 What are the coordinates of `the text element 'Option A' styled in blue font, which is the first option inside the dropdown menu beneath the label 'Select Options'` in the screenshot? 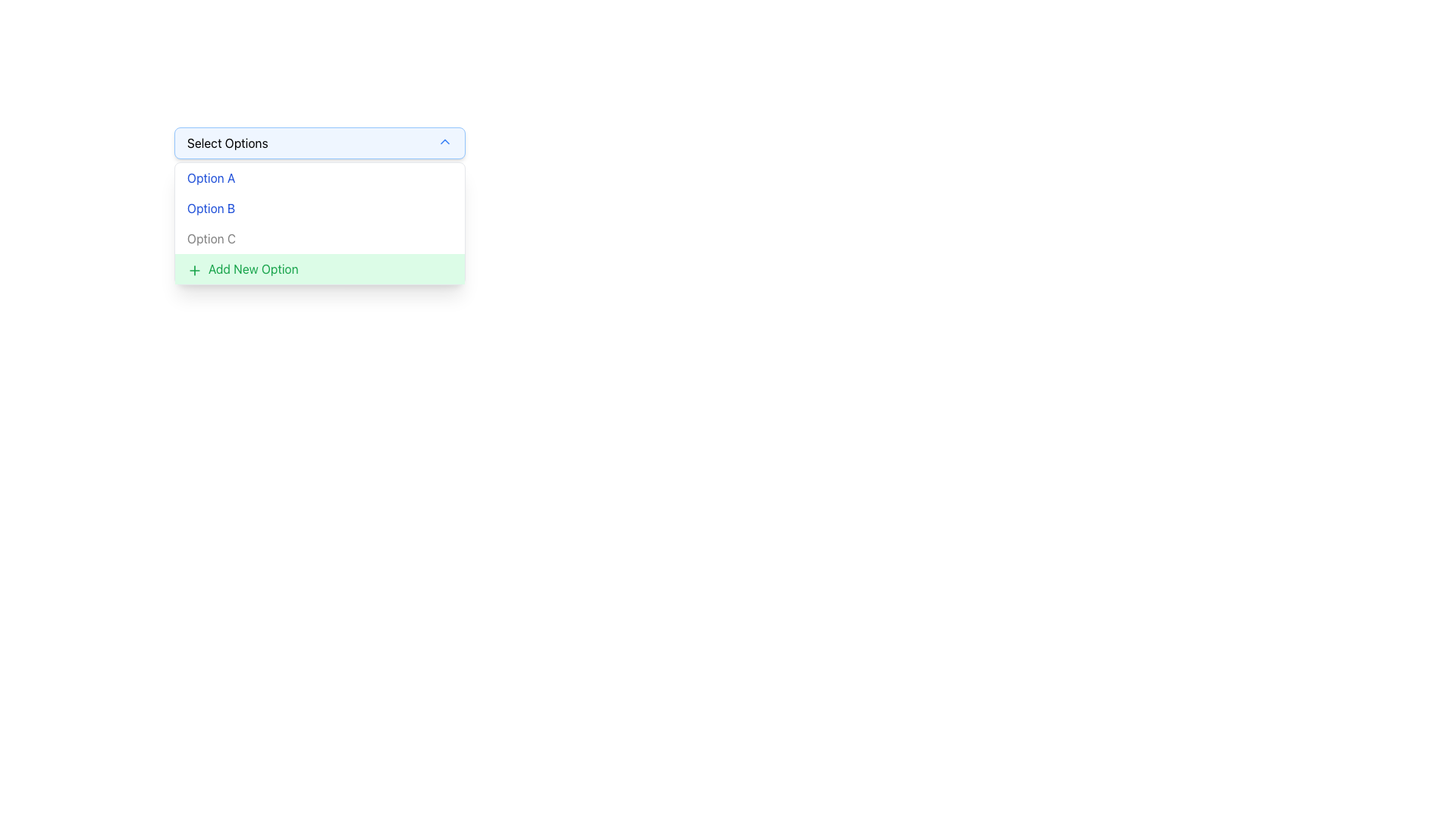 It's located at (210, 177).